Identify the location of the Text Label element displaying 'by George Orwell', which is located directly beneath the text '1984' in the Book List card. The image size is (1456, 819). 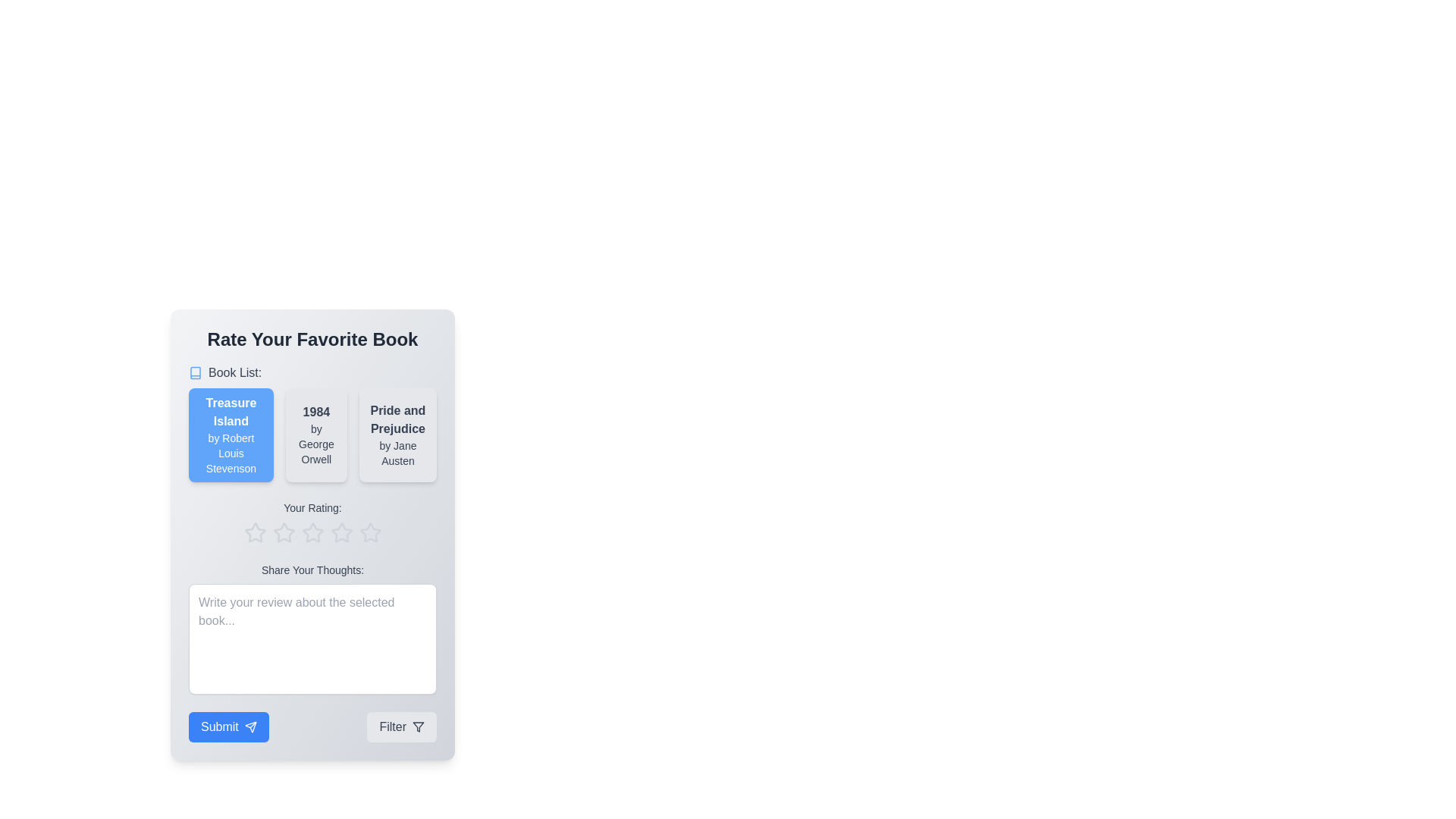
(315, 444).